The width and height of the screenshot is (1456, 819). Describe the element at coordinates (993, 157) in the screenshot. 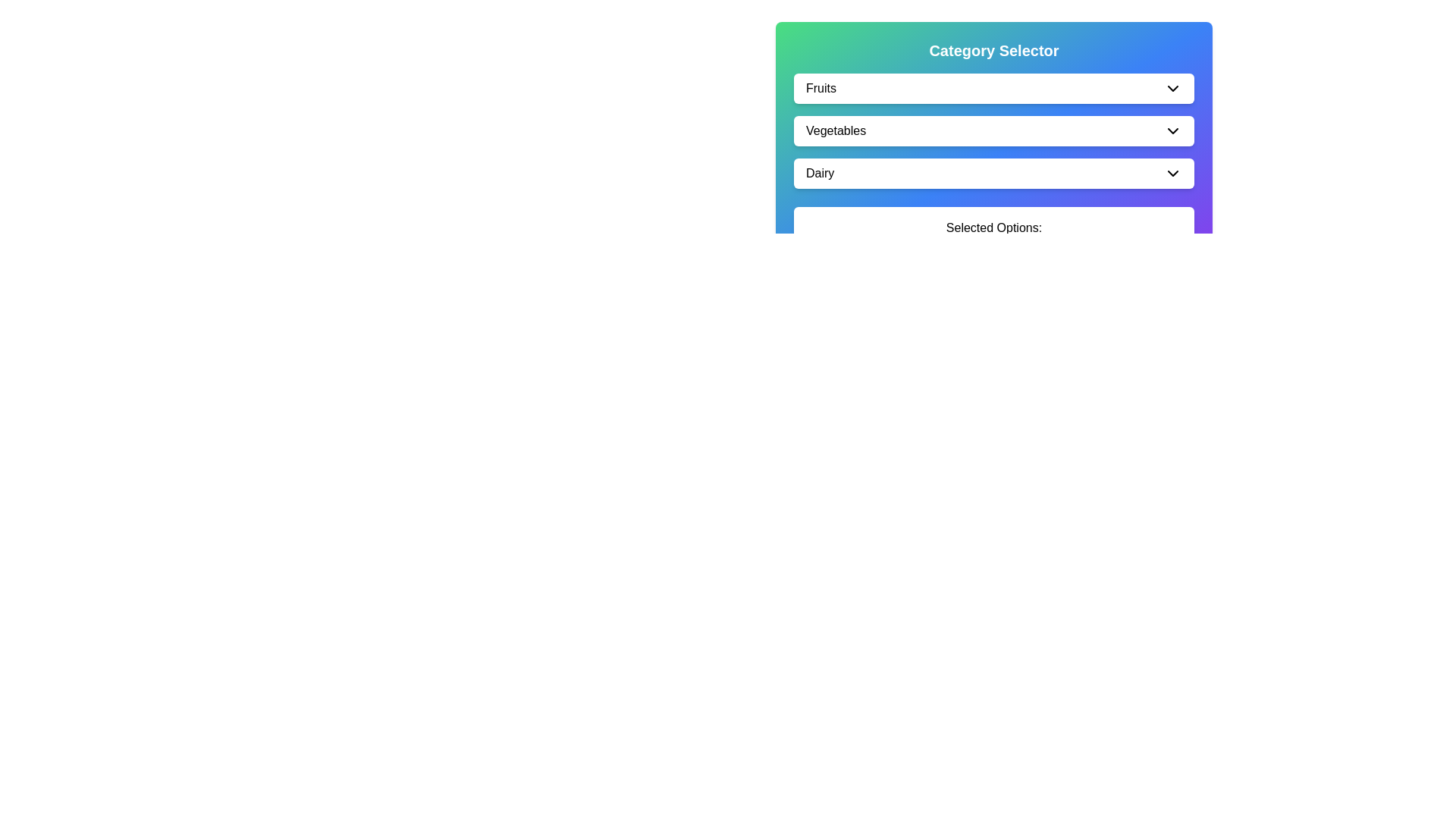

I see `the middle dropdown menu option labeled 'Vegetables'` at that location.